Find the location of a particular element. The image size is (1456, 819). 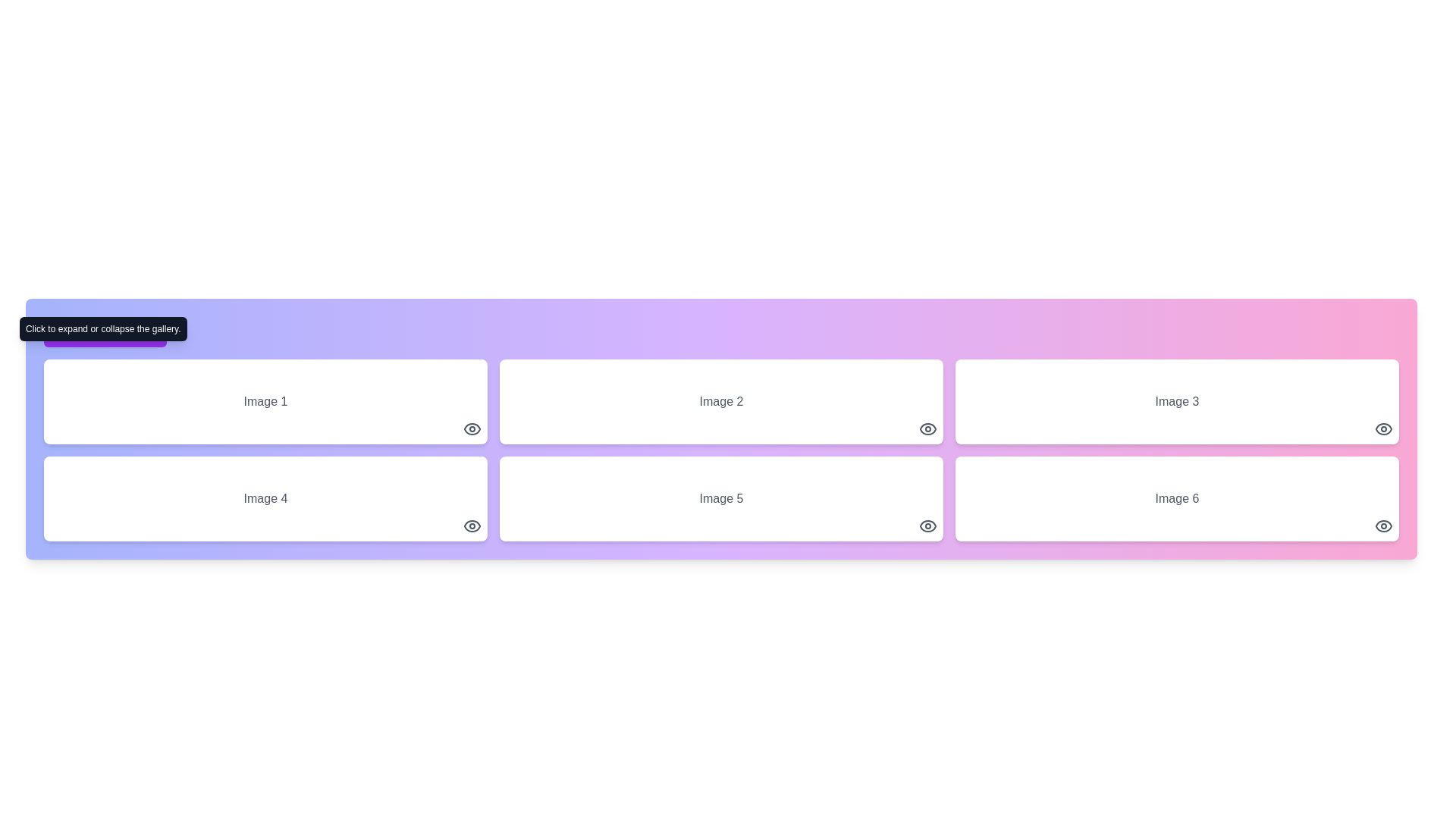

the card component labeled 'Image 2' that has a white background and an eye icon at the bottom-right corner is located at coordinates (720, 400).